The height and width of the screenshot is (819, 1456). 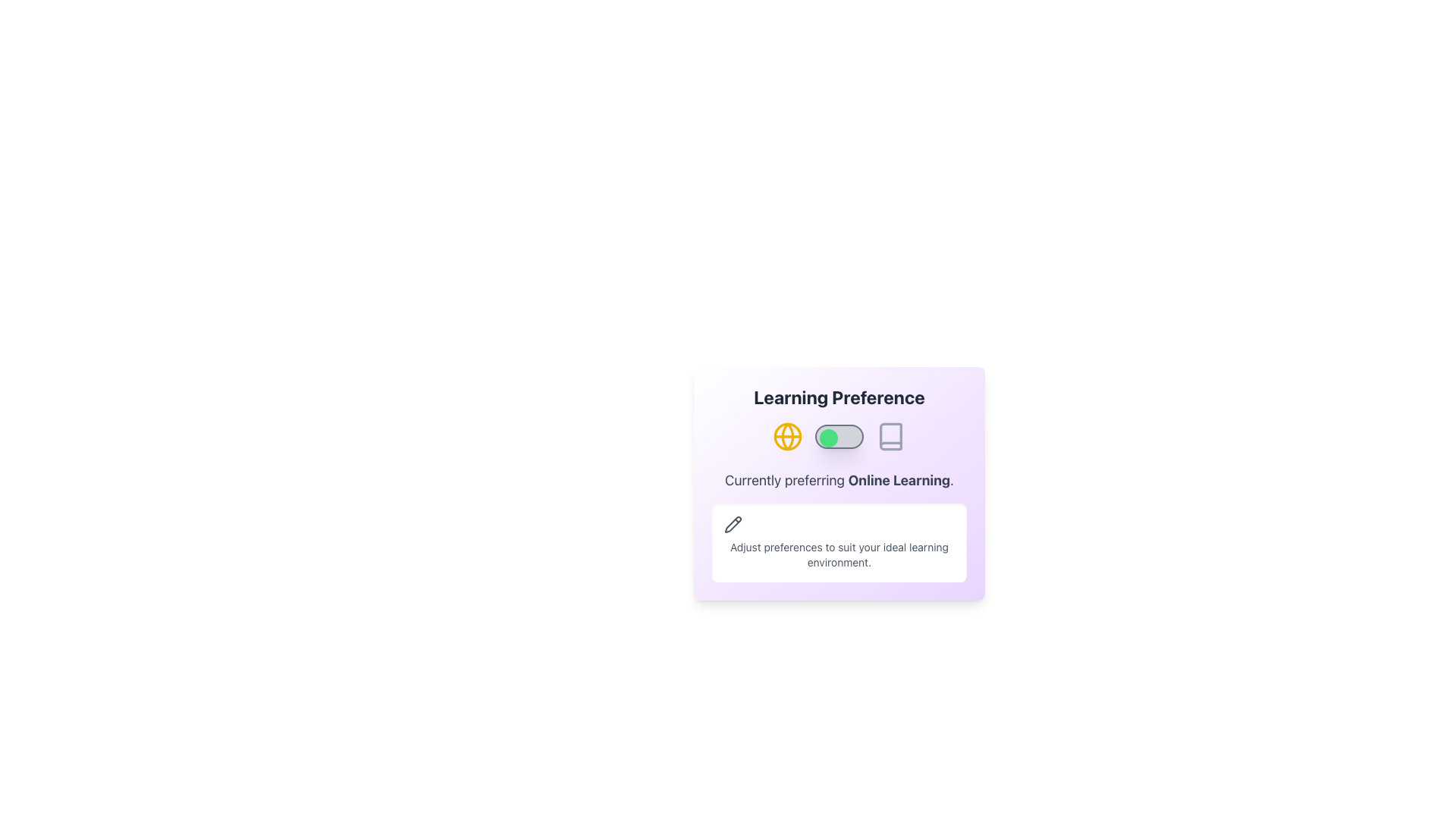 I want to click on the stylized open book icon located in the 'Learning Preference' section, which is the third icon in the row of three graphical icons, so click(x=891, y=436).